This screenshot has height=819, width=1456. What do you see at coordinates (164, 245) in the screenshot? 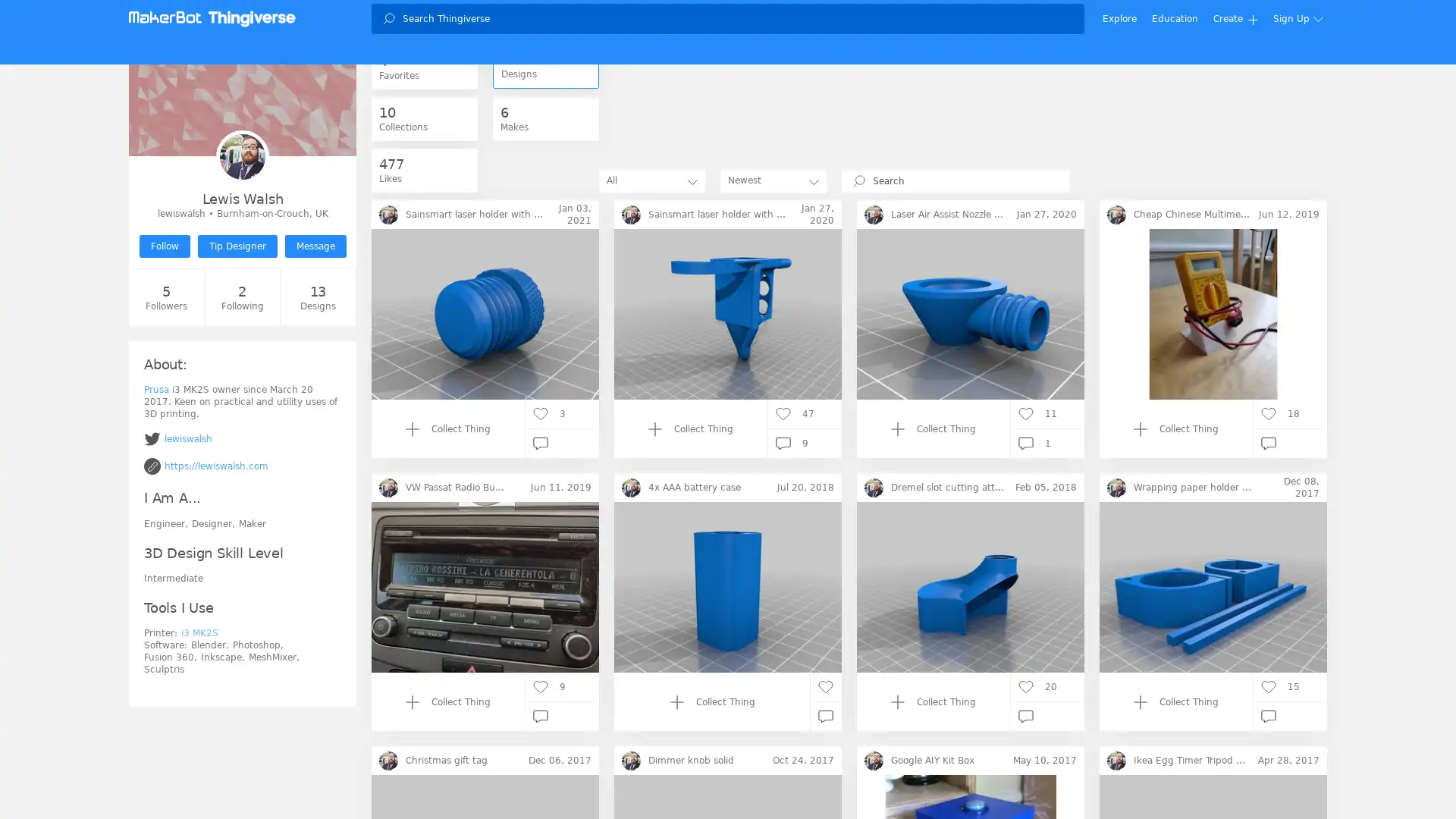
I see `Follow` at bounding box center [164, 245].